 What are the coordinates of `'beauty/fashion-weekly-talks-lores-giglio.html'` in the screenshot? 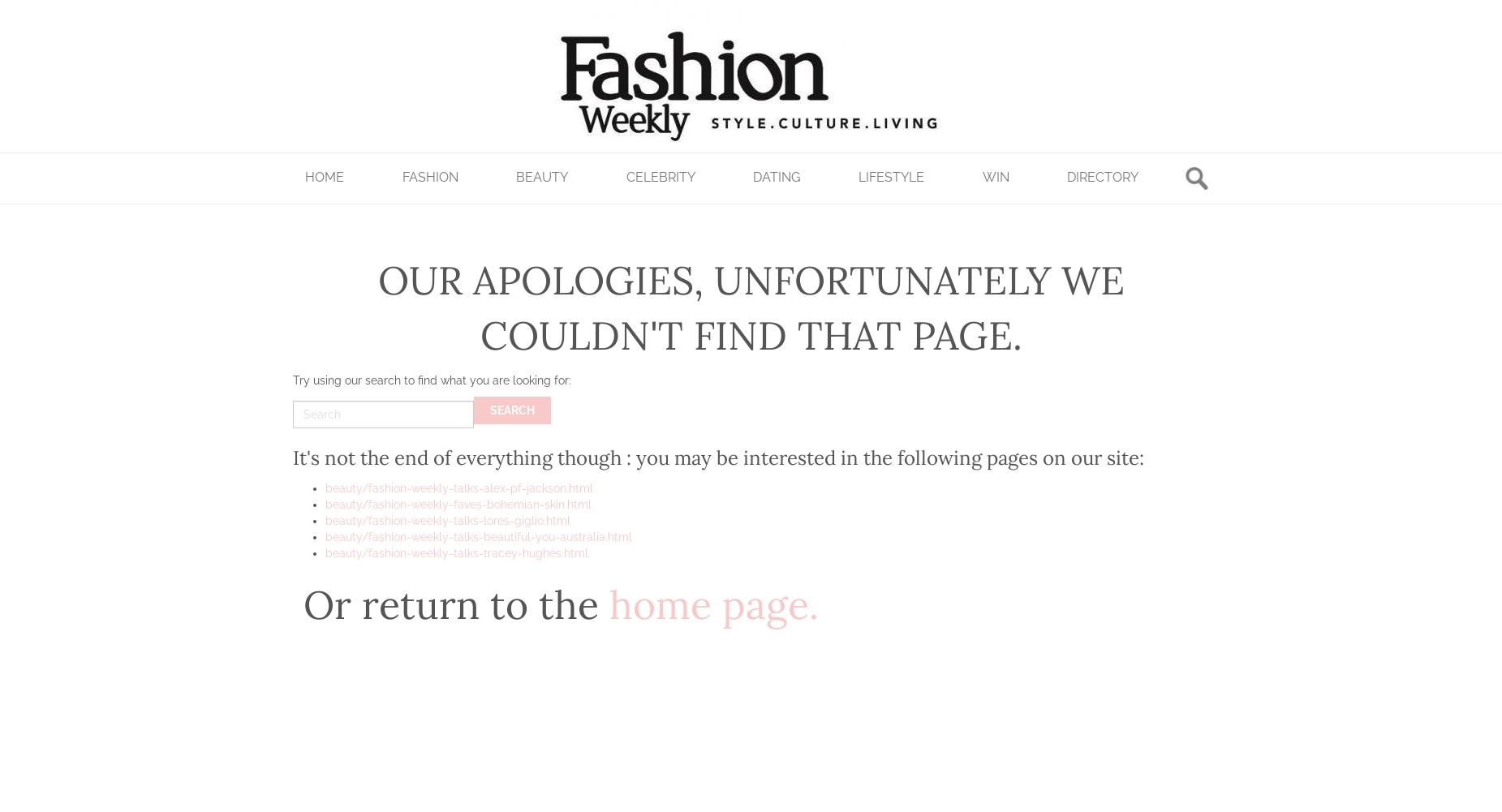 It's located at (447, 521).